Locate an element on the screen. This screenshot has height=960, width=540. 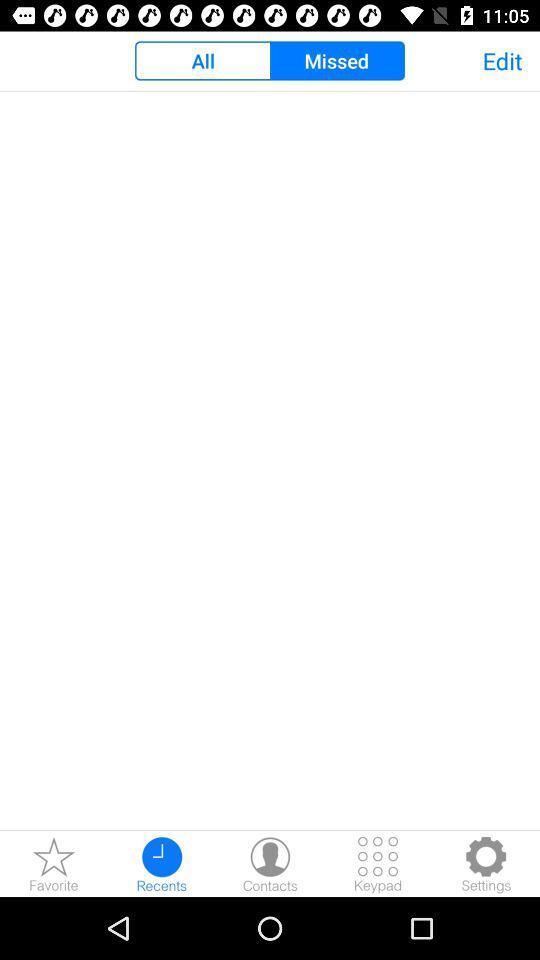
the time icon is located at coordinates (161, 863).